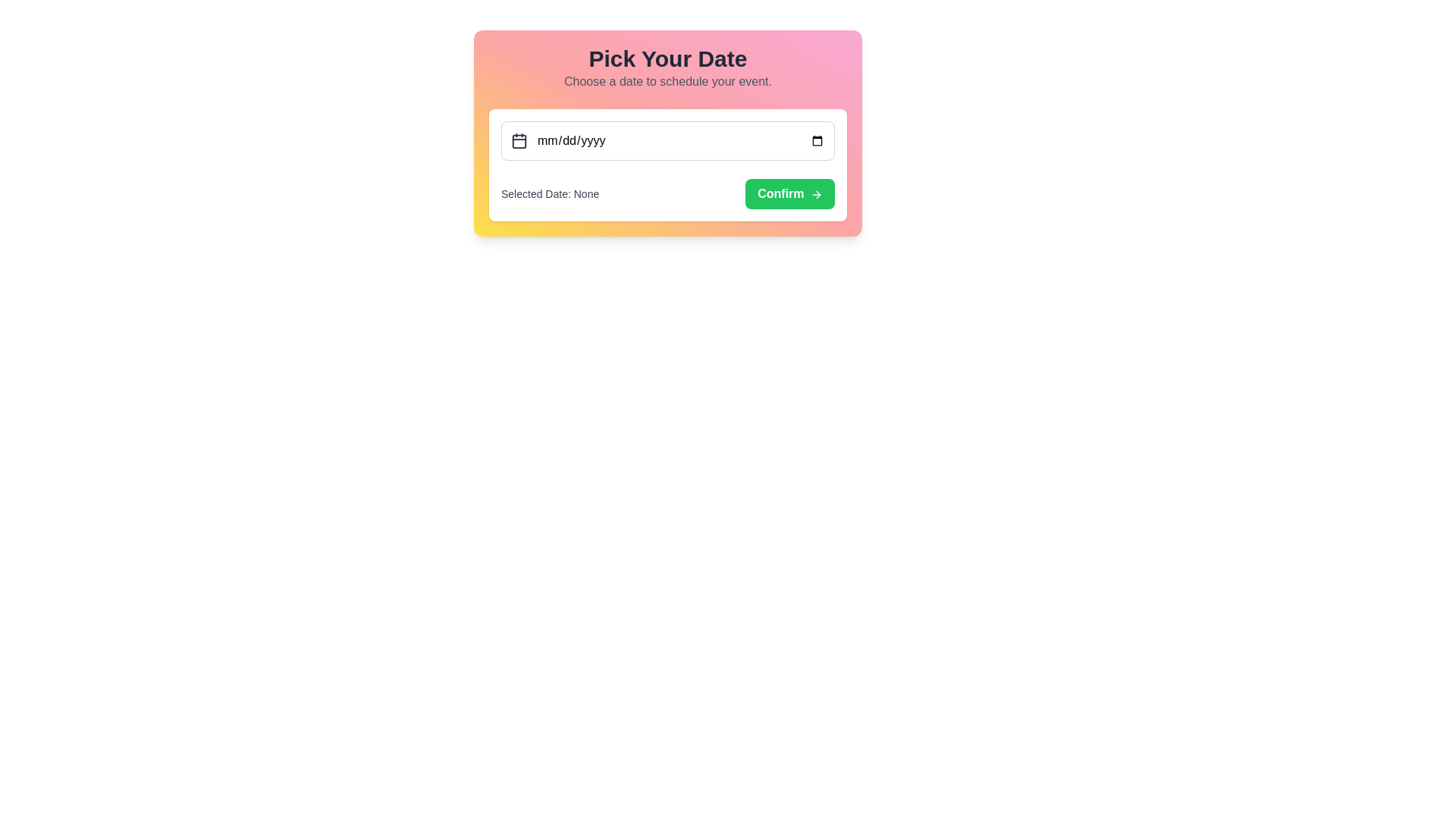 Image resolution: width=1456 pixels, height=819 pixels. I want to click on the right arrow graphic on the 'Confirm' button, which serves as a visual cue for forward action or confirmation, so click(817, 193).